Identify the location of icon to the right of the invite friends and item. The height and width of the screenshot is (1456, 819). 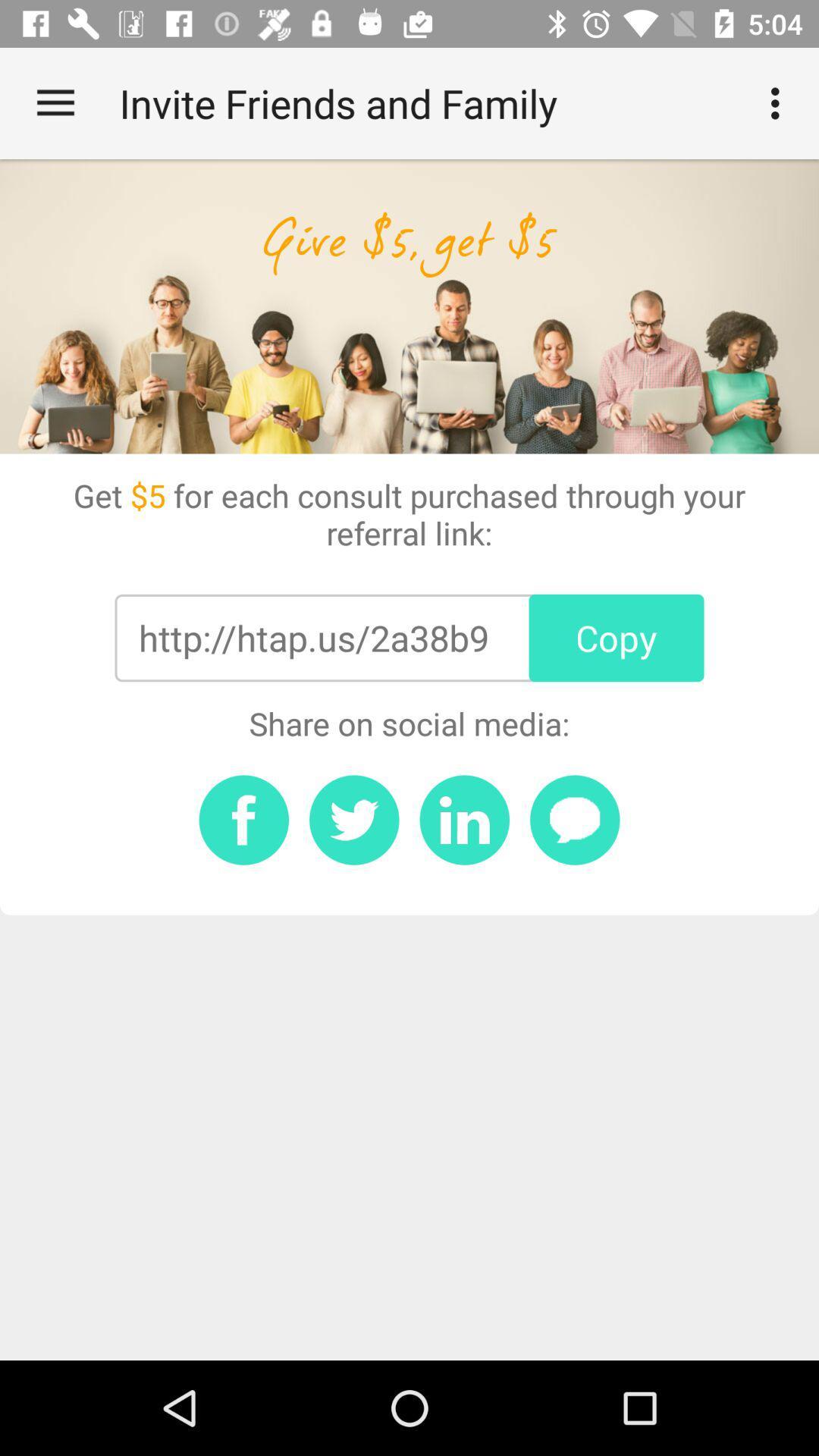
(779, 102).